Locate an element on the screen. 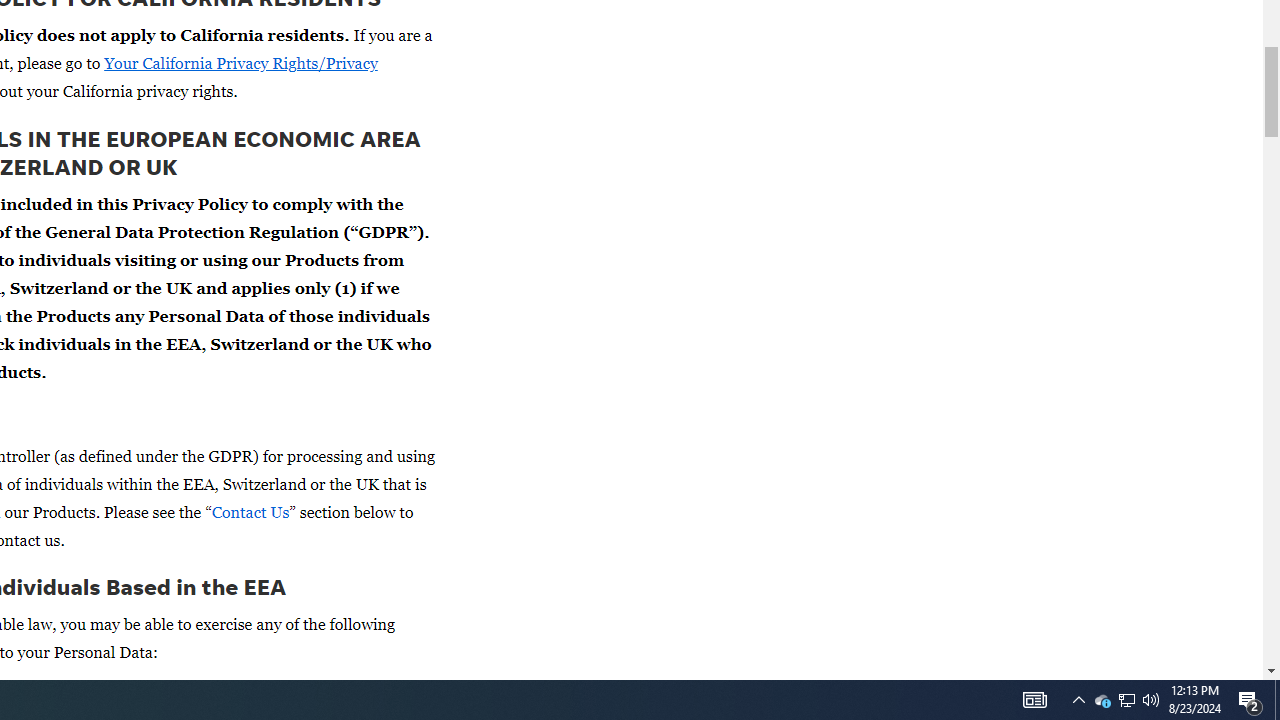  'Contact Us' is located at coordinates (249, 510).